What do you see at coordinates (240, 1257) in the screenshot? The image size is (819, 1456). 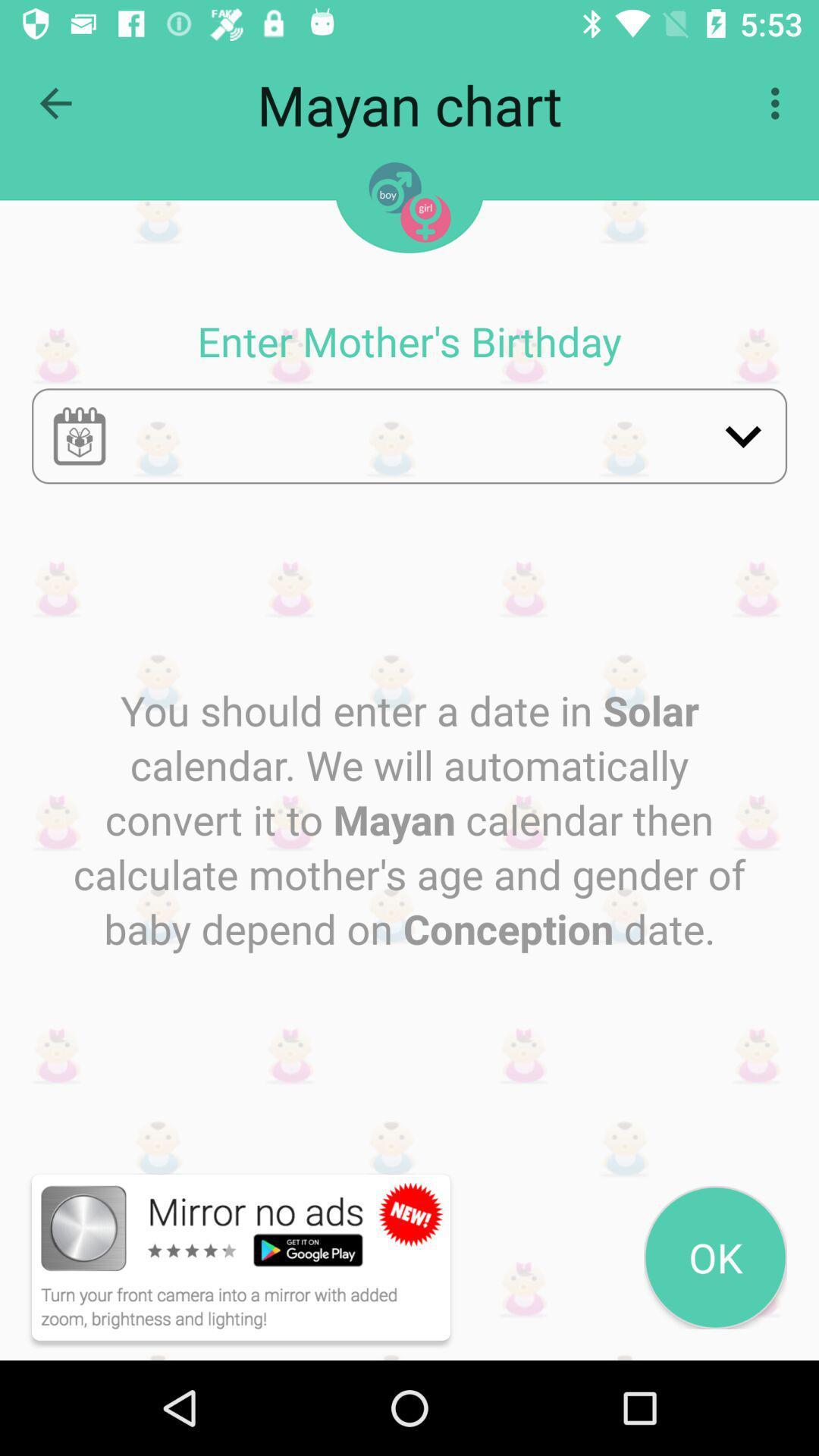 I see `the button on the bottom left corner of the web page` at bounding box center [240, 1257].